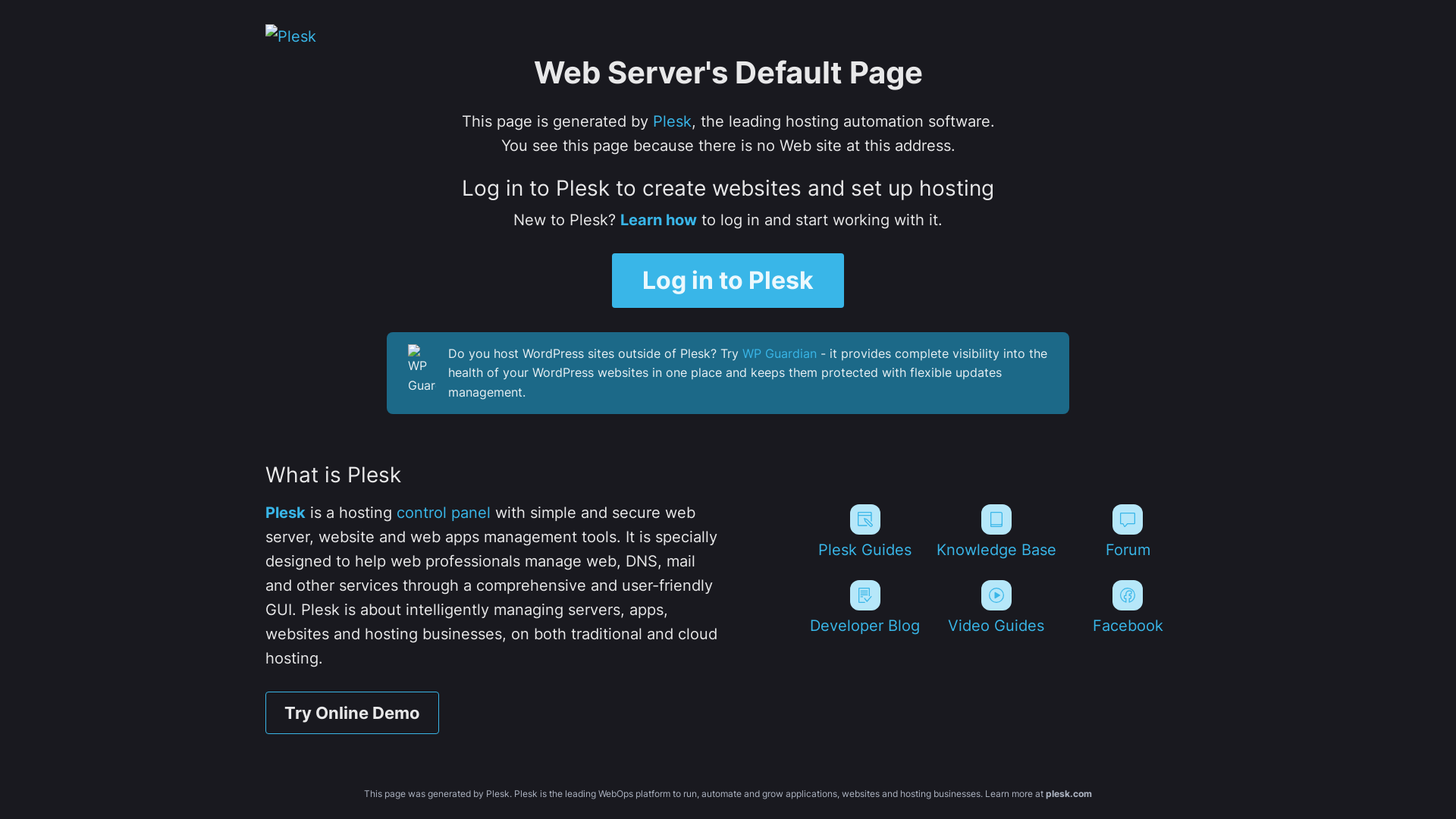 The image size is (1456, 819). Describe the element at coordinates (397, 512) in the screenshot. I see `'control panel'` at that location.